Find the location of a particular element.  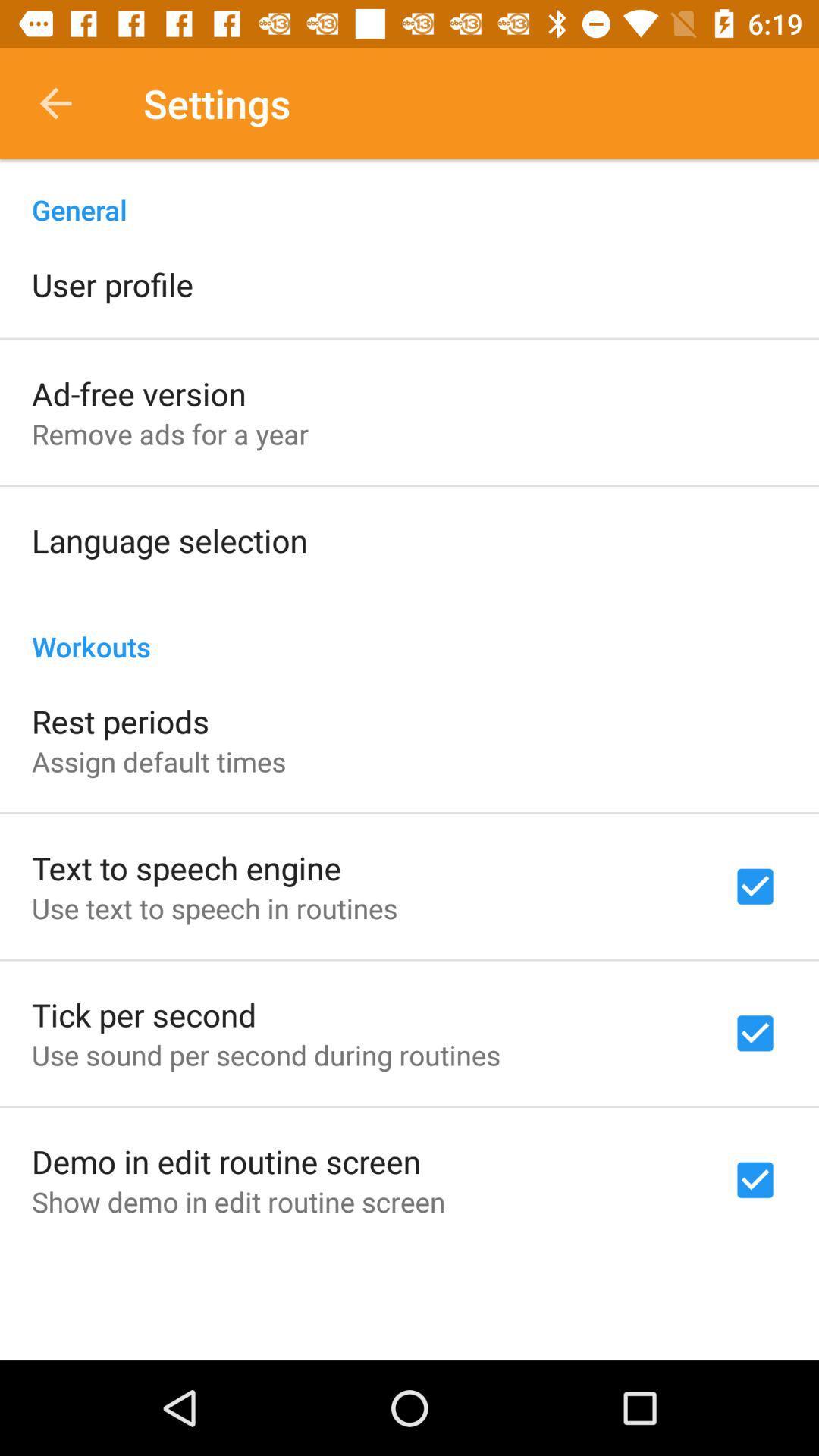

icon above the general item is located at coordinates (55, 102).